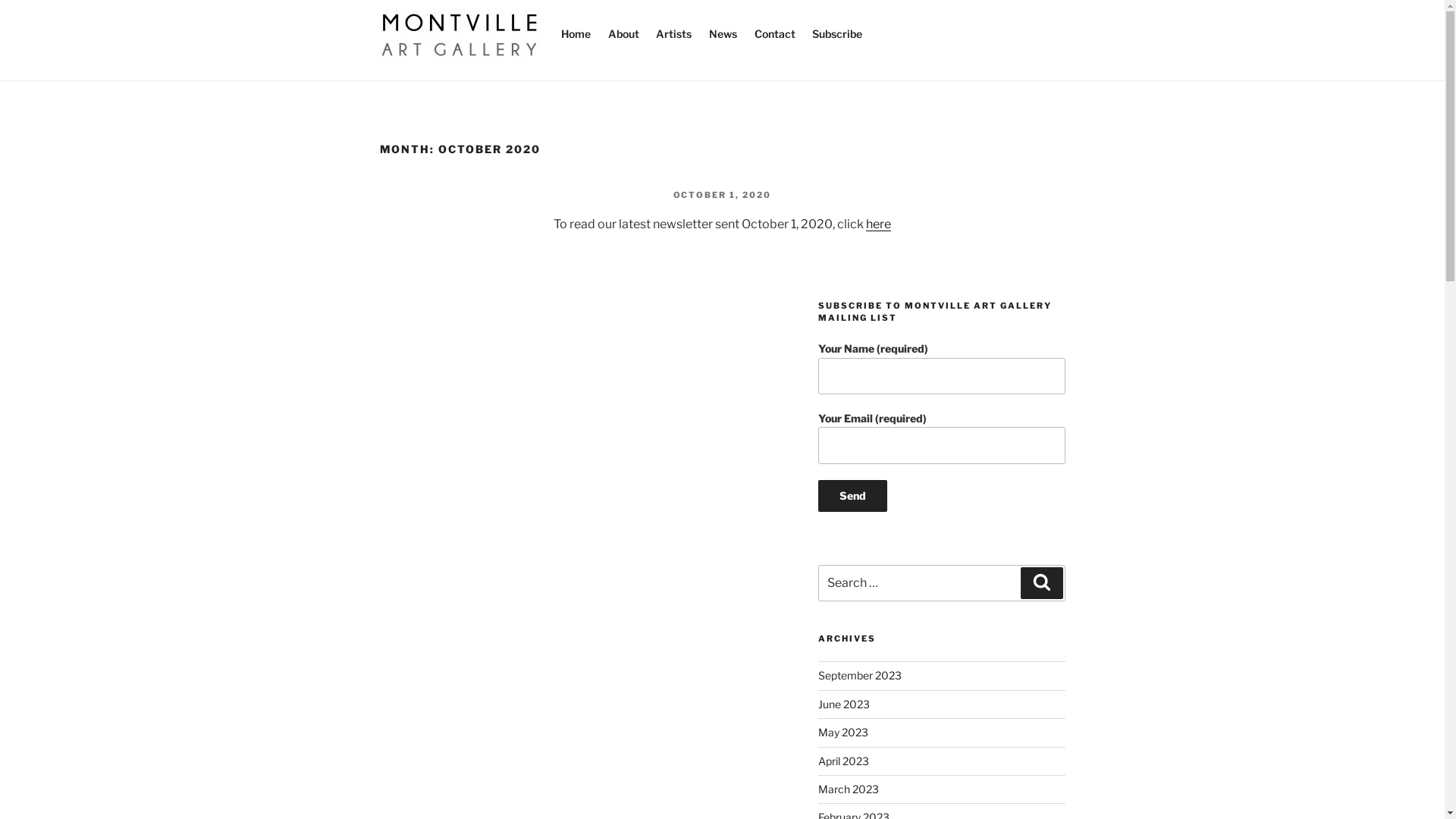  I want to click on 'here', so click(878, 224).